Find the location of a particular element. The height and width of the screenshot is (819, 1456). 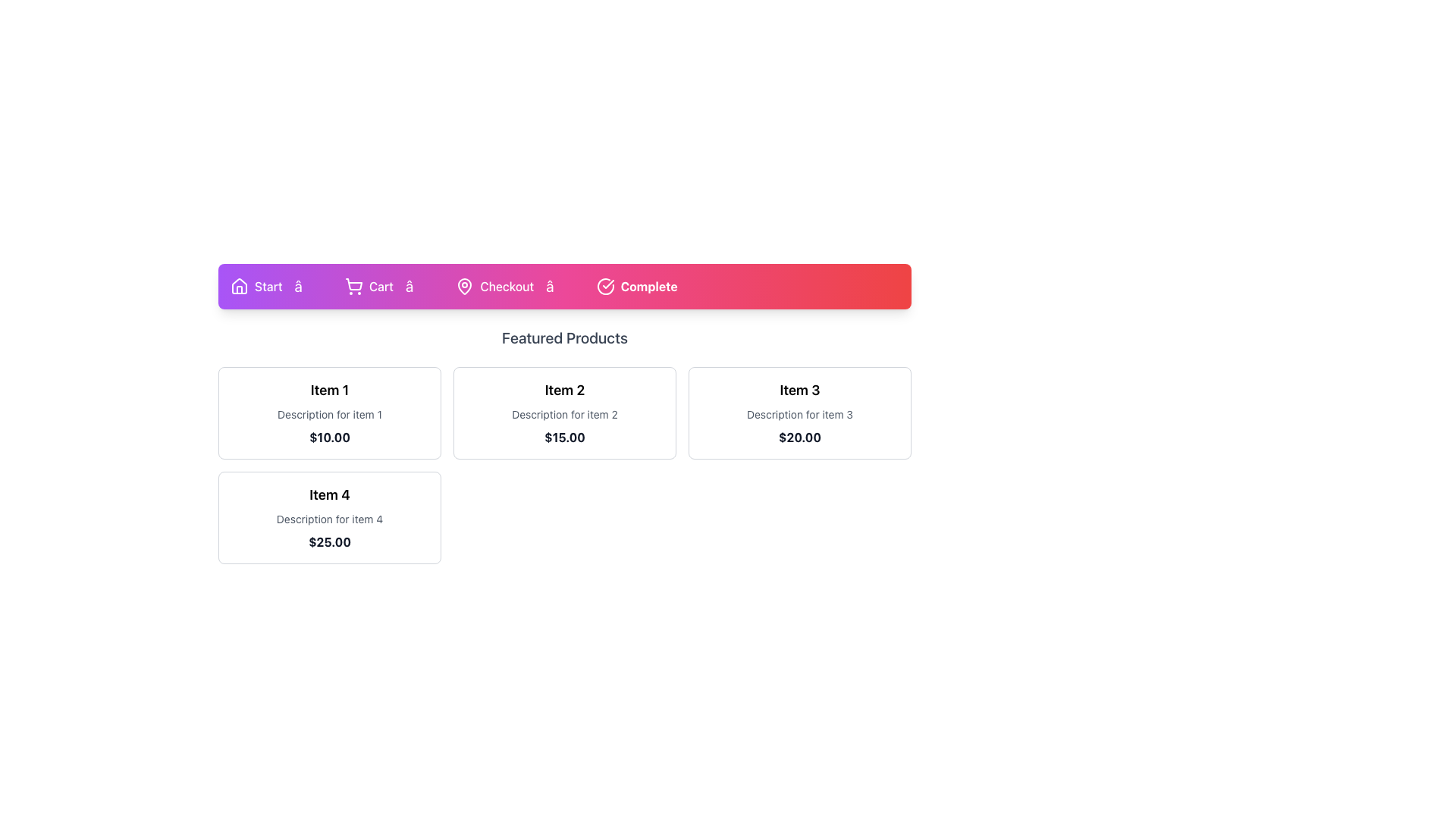

the check mark icon within the SVG element located in the top part of the navigation bar, aligned with the 'Complete' step in the progress tracker is located at coordinates (608, 284).